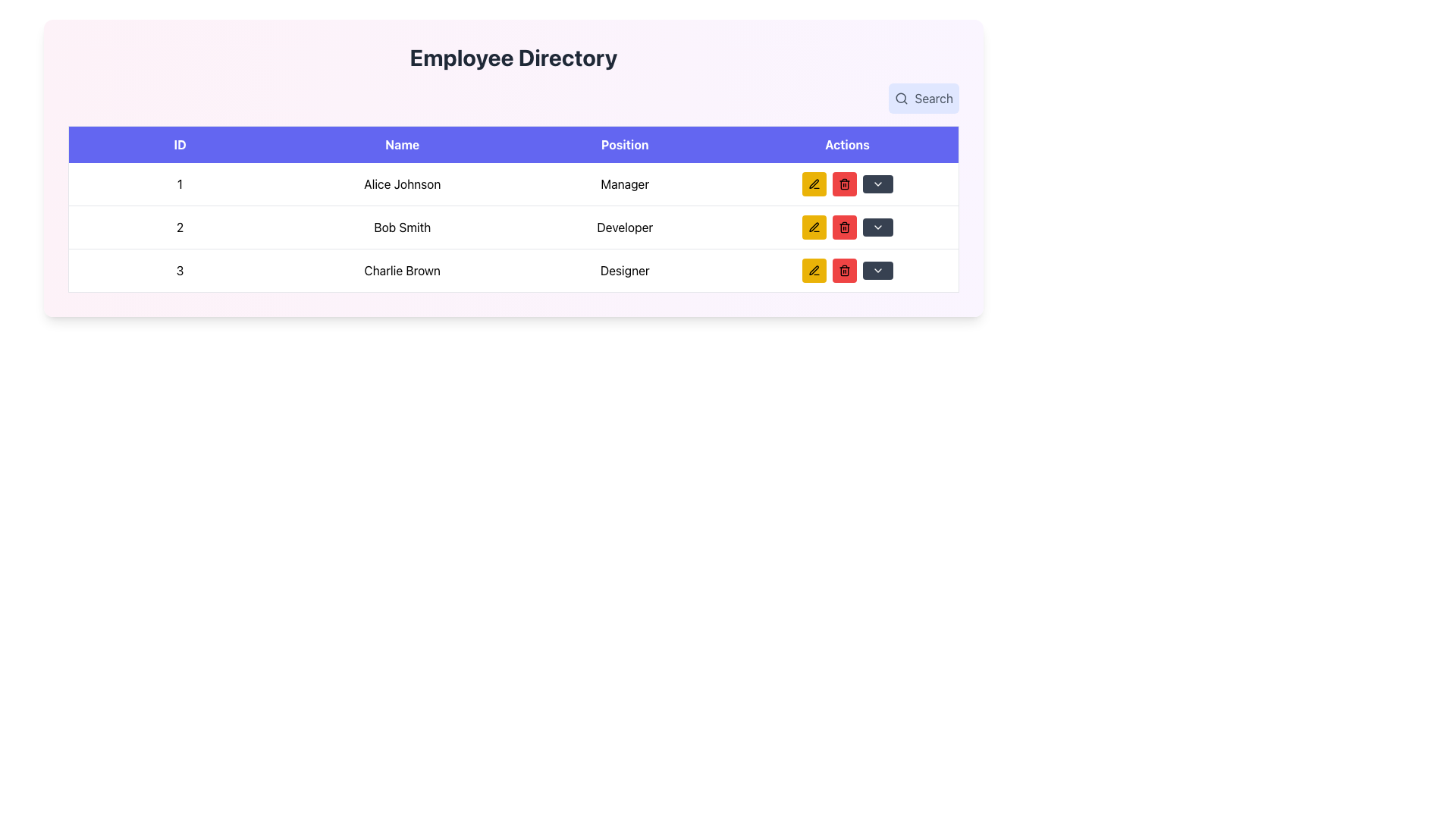 The height and width of the screenshot is (819, 1456). What do you see at coordinates (813, 227) in the screenshot?
I see `the edit icon button` at bounding box center [813, 227].